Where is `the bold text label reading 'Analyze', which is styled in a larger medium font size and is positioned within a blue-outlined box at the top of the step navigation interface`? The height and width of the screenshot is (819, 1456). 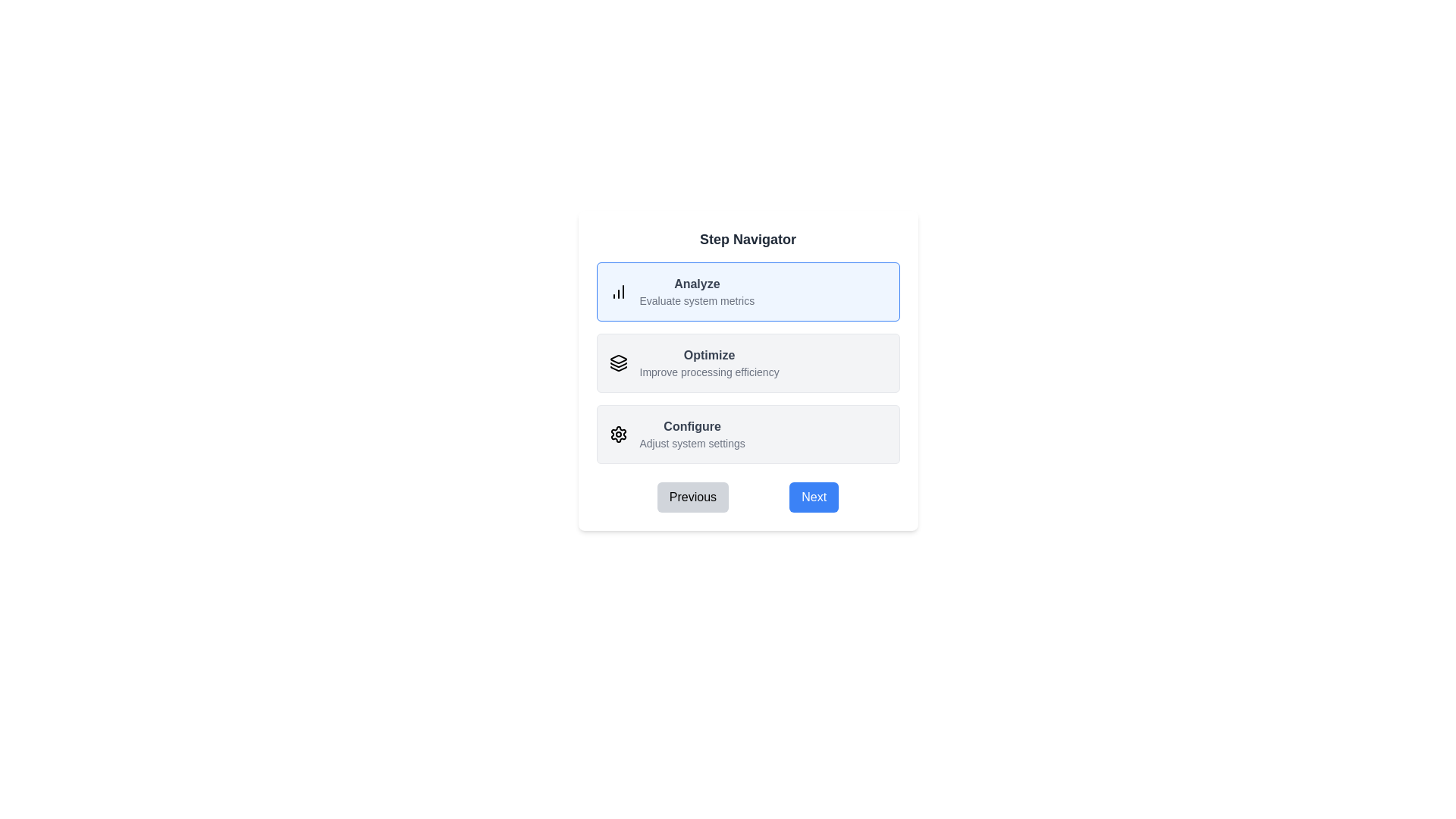
the bold text label reading 'Analyze', which is styled in a larger medium font size and is positioned within a blue-outlined box at the top of the step navigation interface is located at coordinates (696, 284).